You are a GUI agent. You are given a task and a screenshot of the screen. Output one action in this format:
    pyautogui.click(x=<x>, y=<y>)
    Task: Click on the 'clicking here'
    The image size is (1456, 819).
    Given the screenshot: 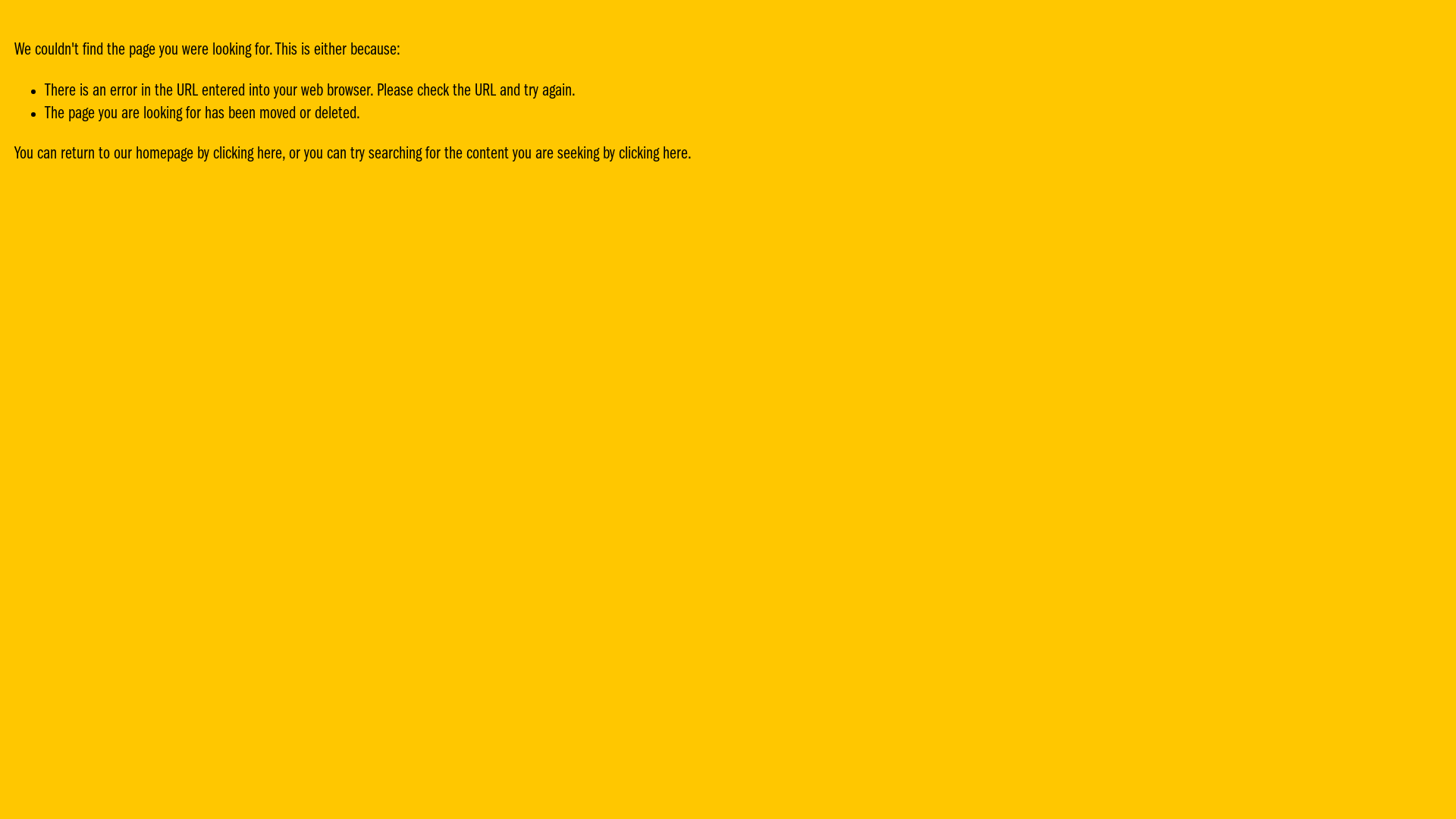 What is the action you would take?
    pyautogui.click(x=247, y=154)
    